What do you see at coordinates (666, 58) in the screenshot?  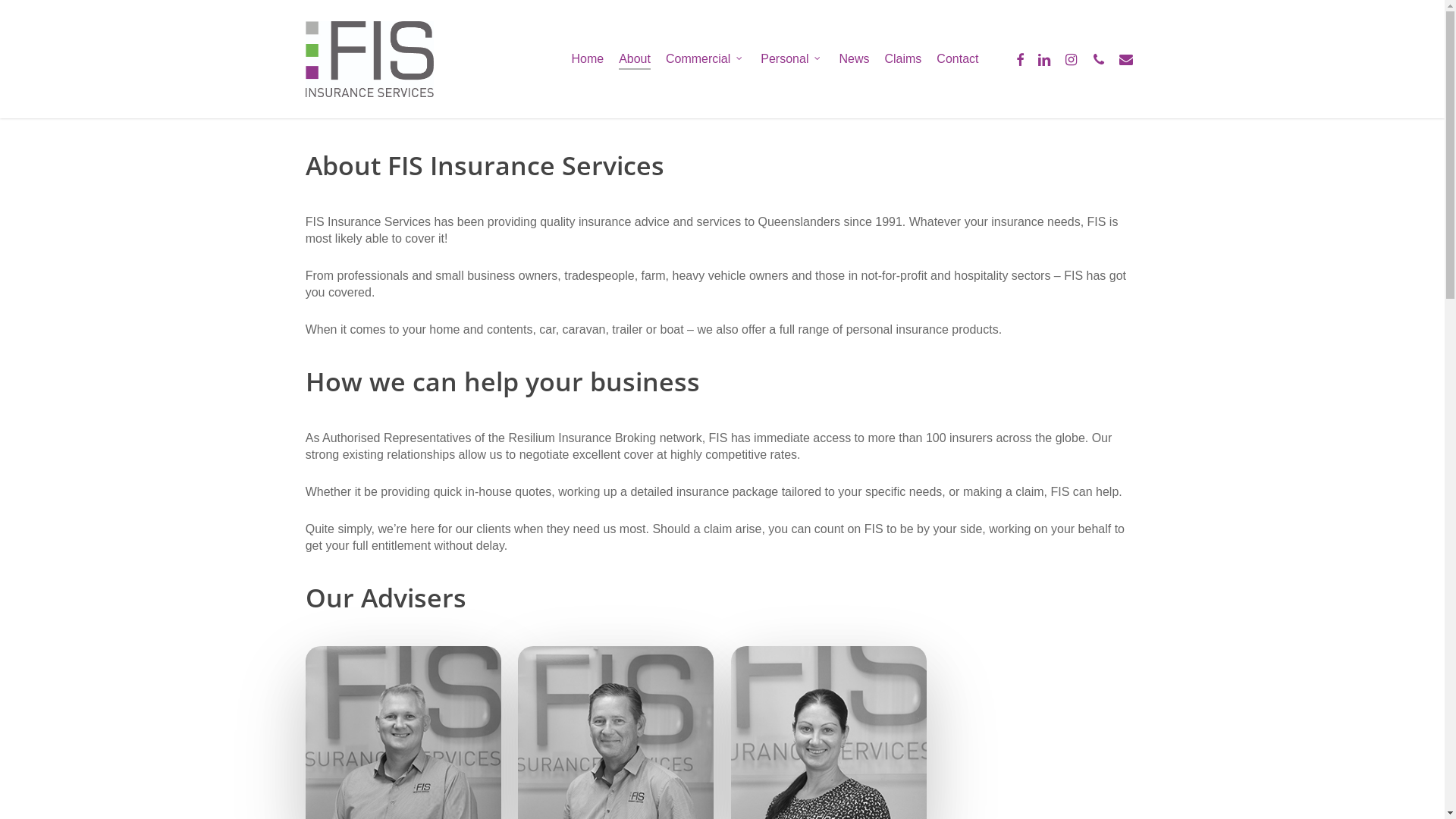 I see `'Commercial'` at bounding box center [666, 58].